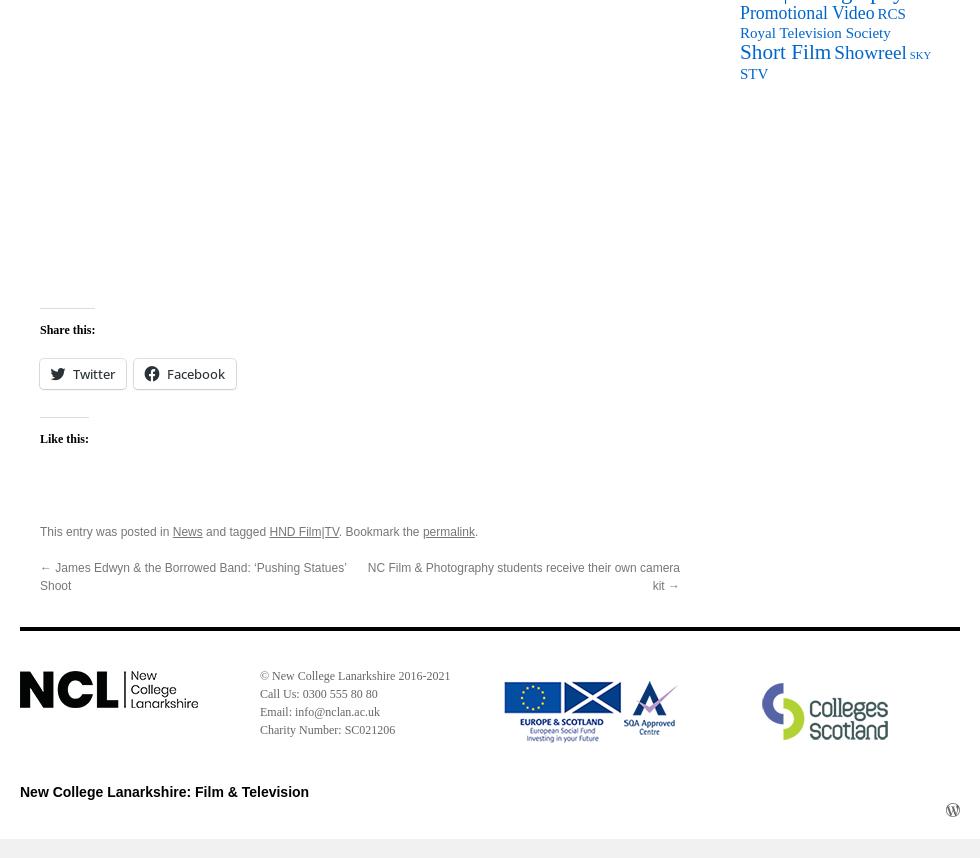 The width and height of the screenshot is (980, 858). What do you see at coordinates (754, 72) in the screenshot?
I see `'STV'` at bounding box center [754, 72].